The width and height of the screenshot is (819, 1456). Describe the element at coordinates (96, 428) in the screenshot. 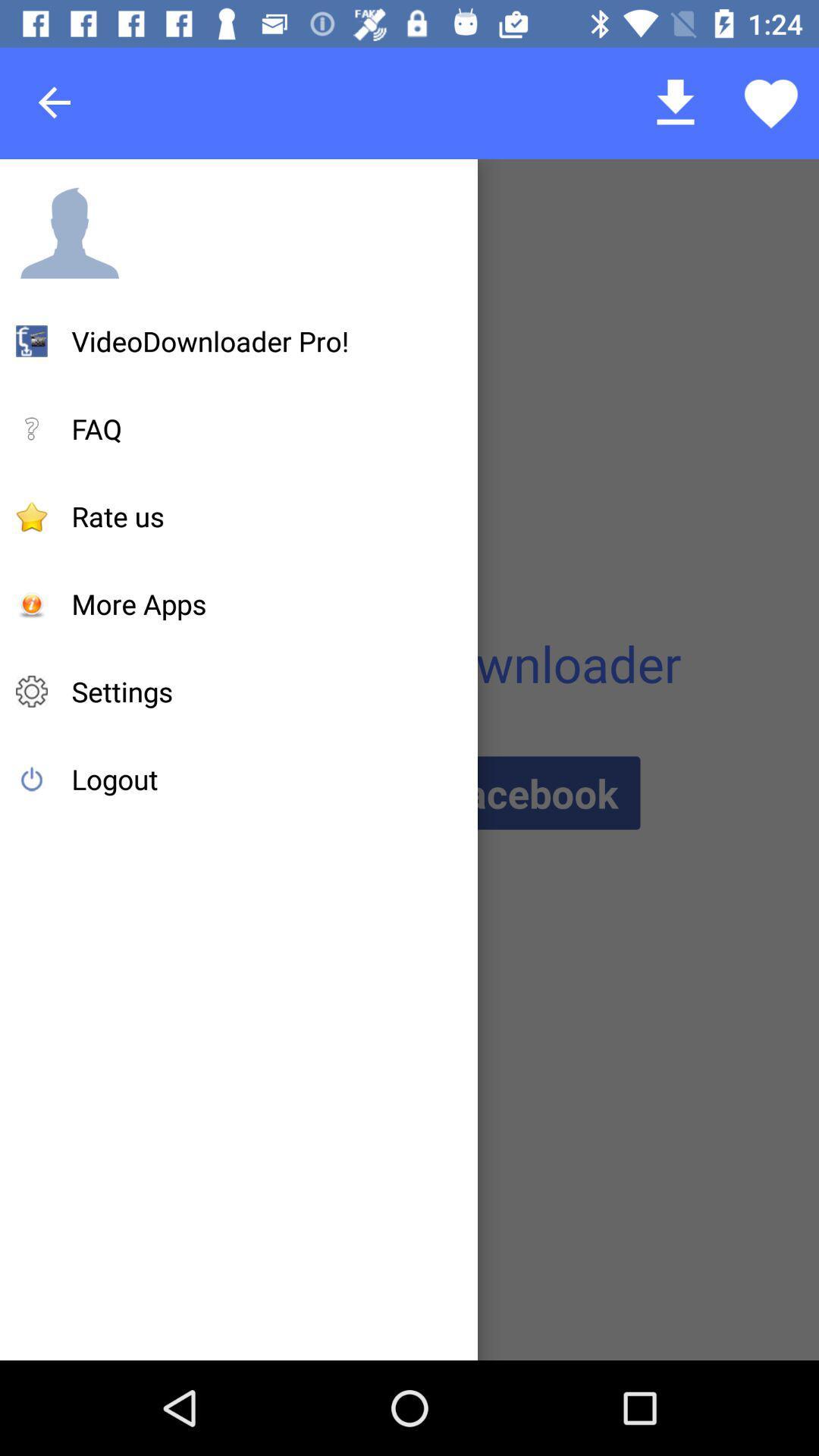

I see `the faq item` at that location.